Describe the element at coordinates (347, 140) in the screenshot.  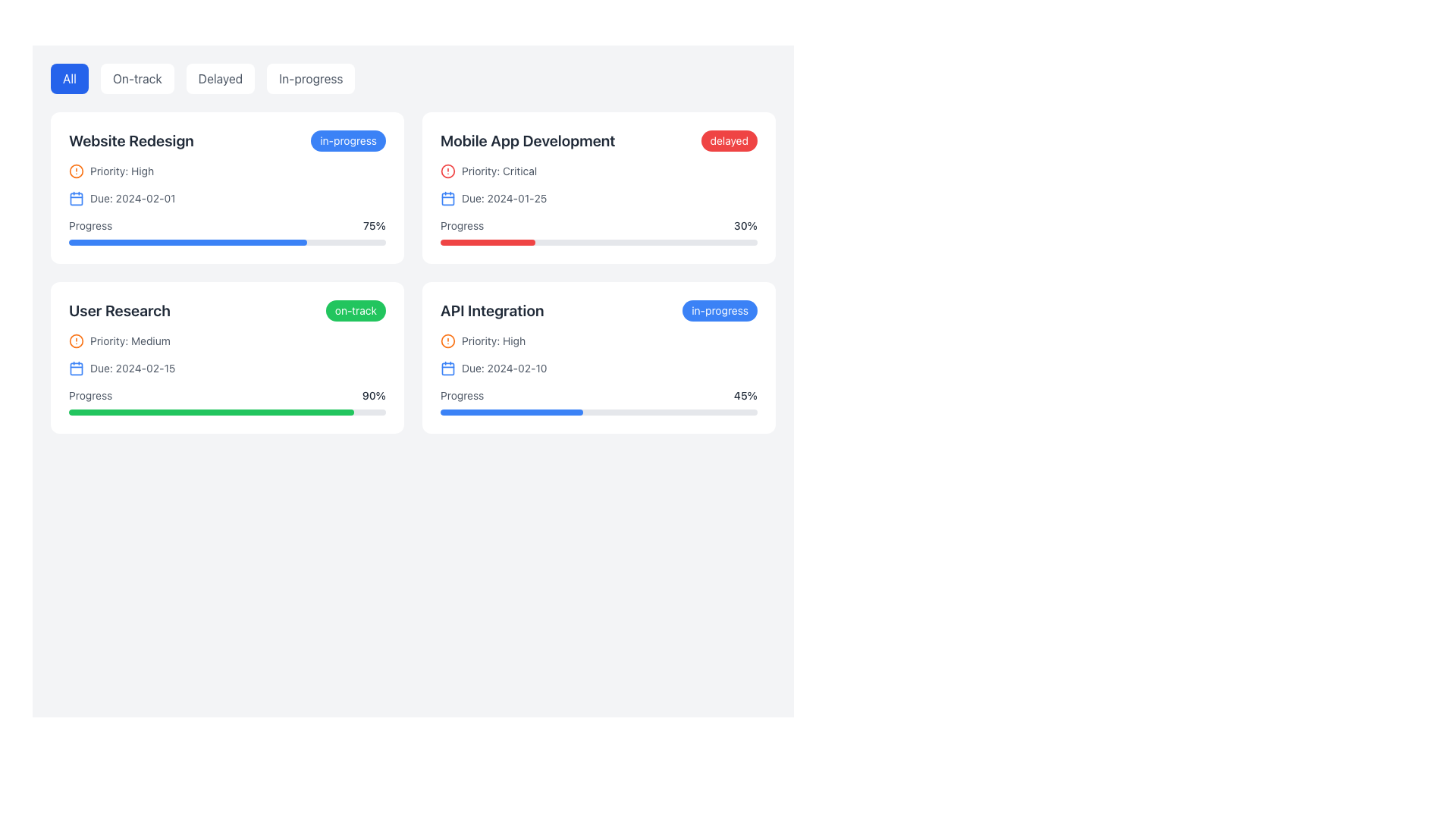
I see `the pill-shaped Status Indicator with a solid blue background and white text reading 'in-progress'` at that location.